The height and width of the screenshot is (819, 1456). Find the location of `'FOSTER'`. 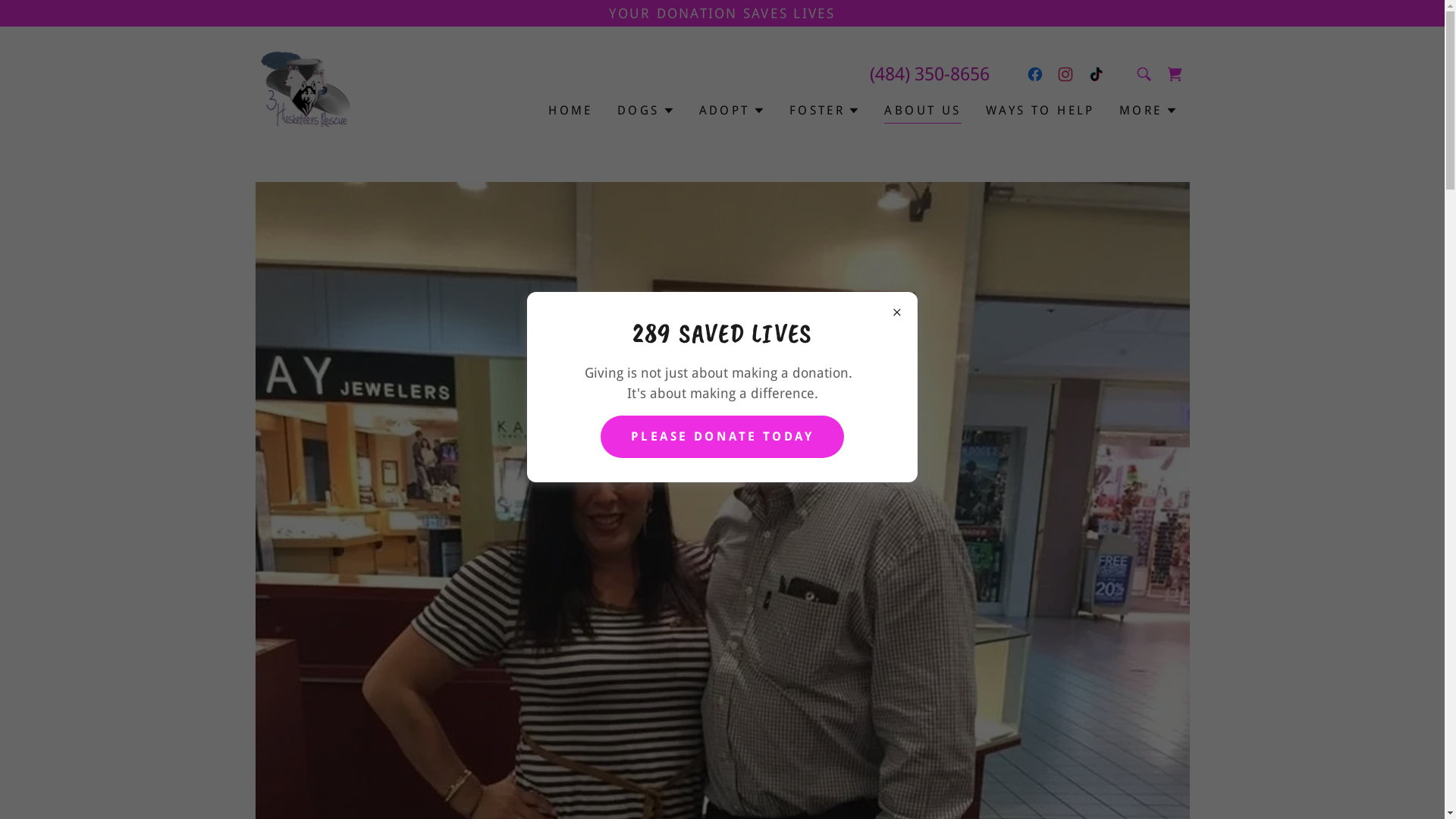

'FOSTER' is located at coordinates (824, 110).